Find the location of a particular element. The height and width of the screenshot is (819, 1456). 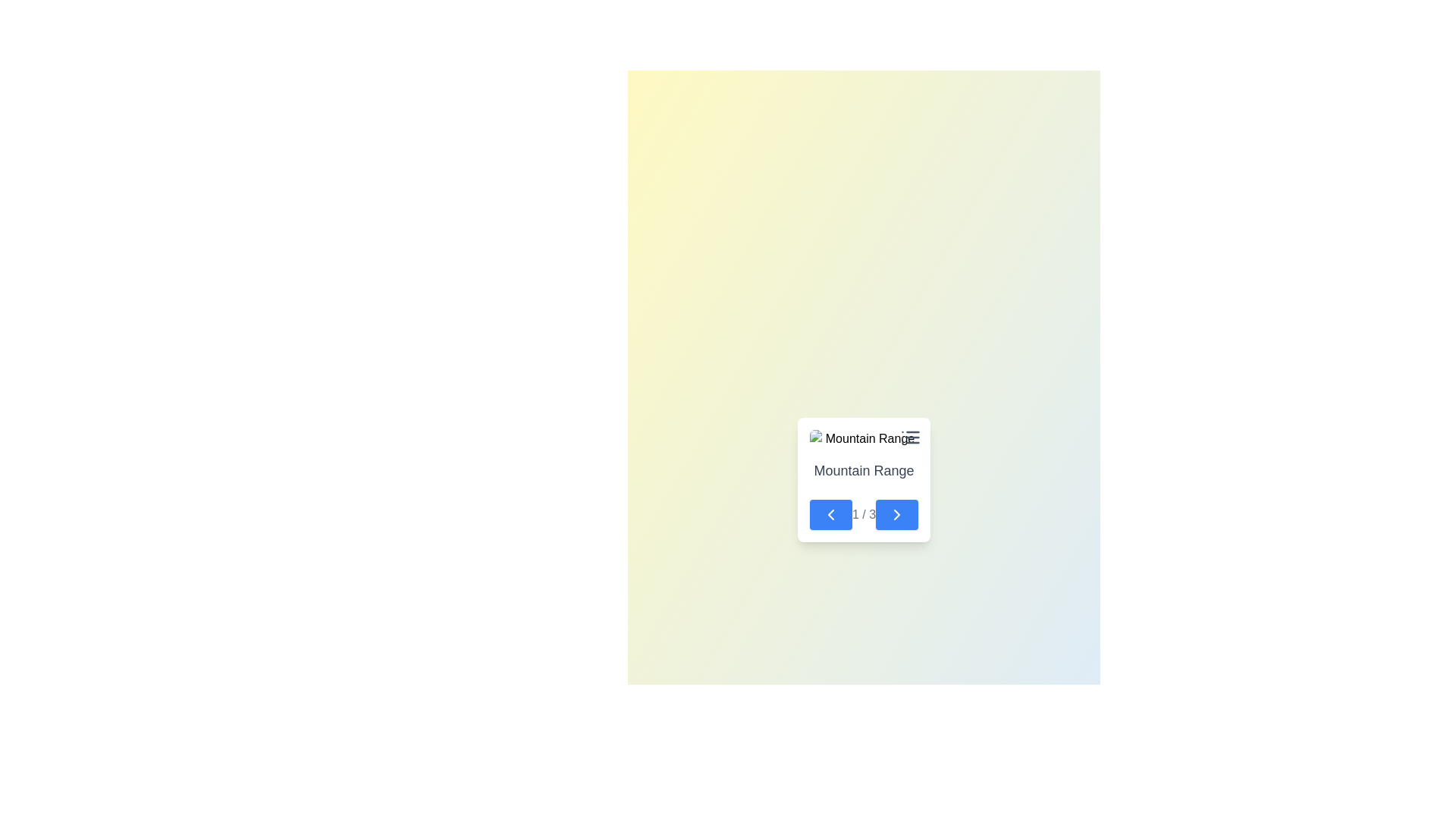

the chevron icon located at the bottom right of the card overlay interface is located at coordinates (897, 513).